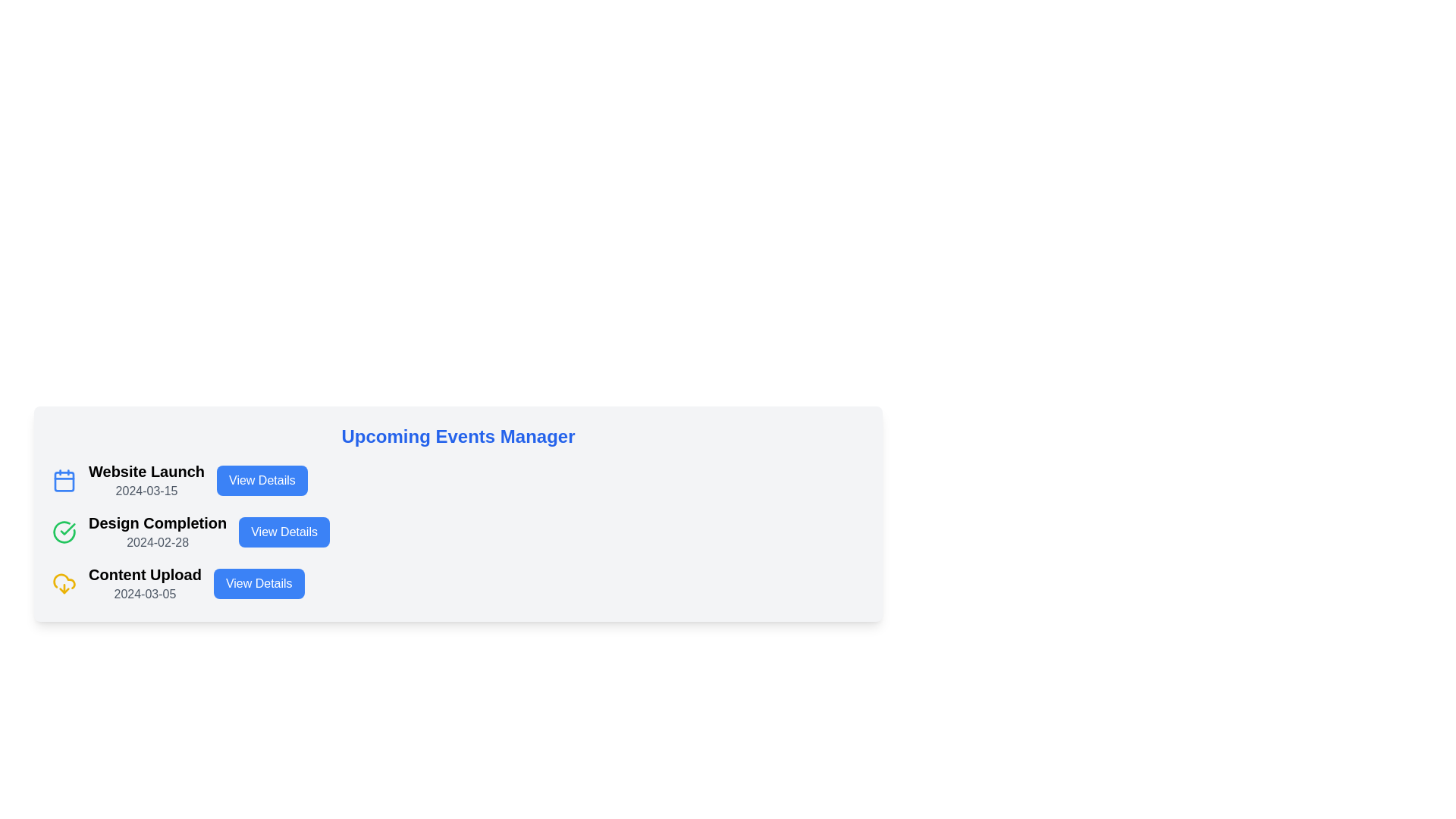  I want to click on the button located at the far right of the row labeled 'Design Completion 2024-02-28', so click(284, 532).